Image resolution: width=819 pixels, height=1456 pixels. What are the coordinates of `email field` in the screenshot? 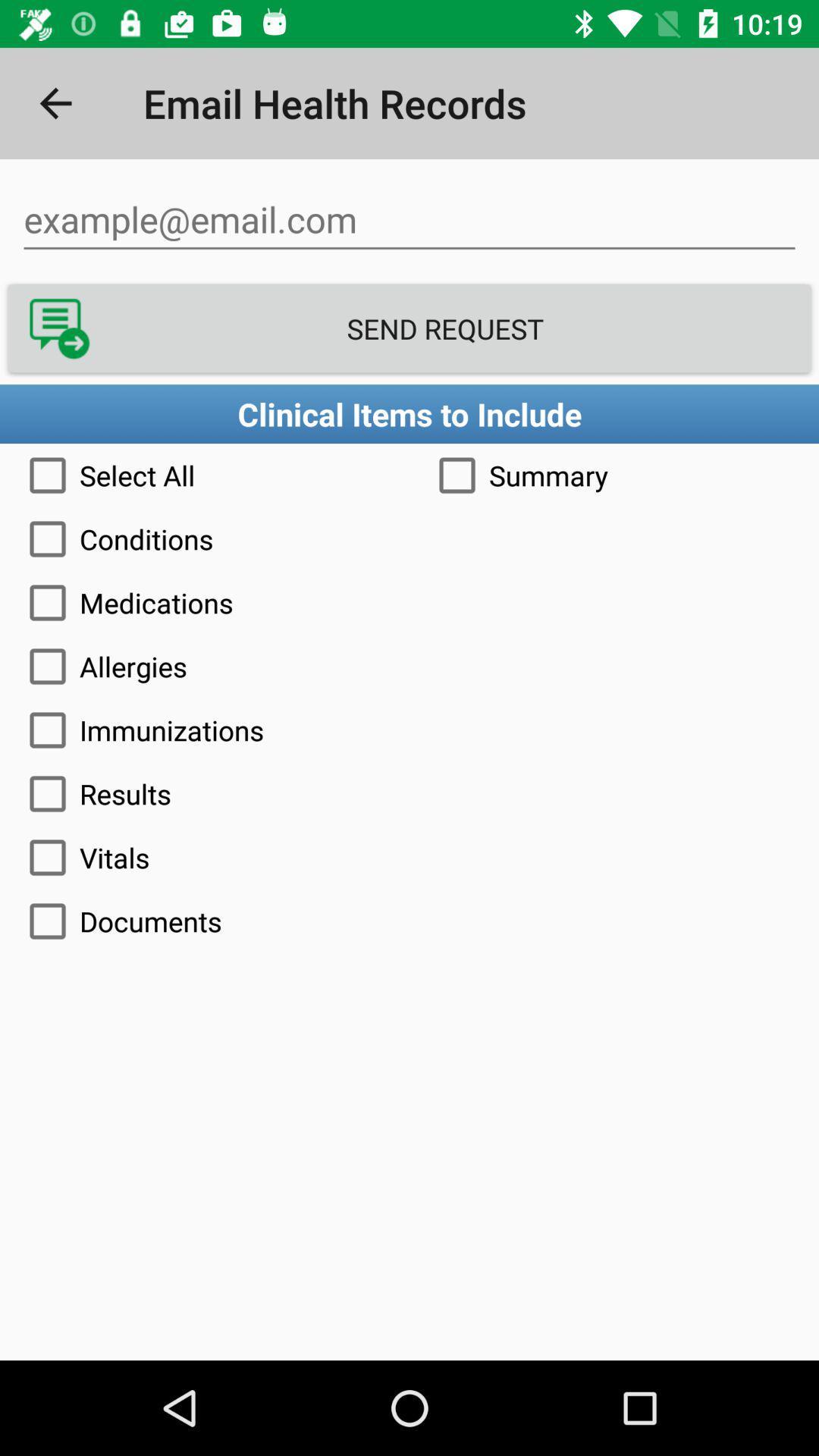 It's located at (409, 219).